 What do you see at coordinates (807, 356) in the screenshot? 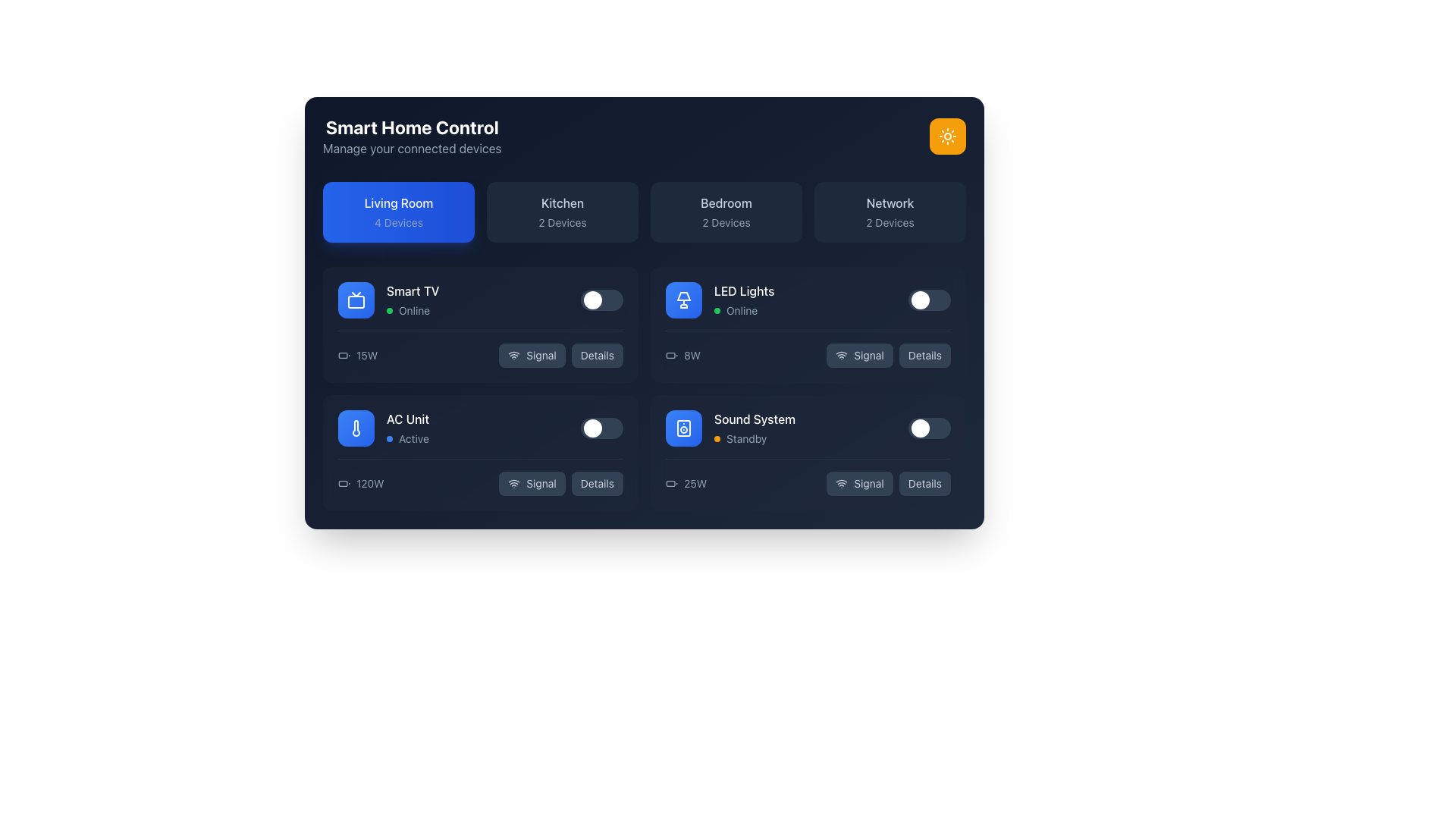
I see `the 'Signal' button in the Informational and control row associated with the 'LED Lights' panel, located between the power usage indicator and action buttons` at bounding box center [807, 356].